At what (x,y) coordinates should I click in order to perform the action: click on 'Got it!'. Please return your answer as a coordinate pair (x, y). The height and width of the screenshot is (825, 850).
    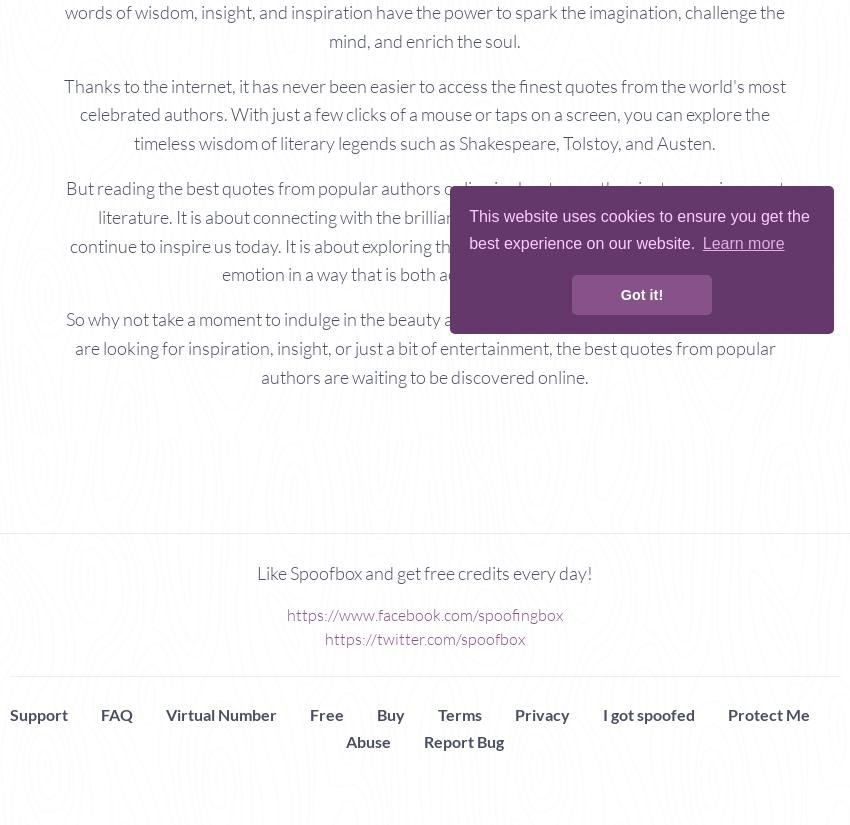
    Looking at the image, I should click on (641, 295).